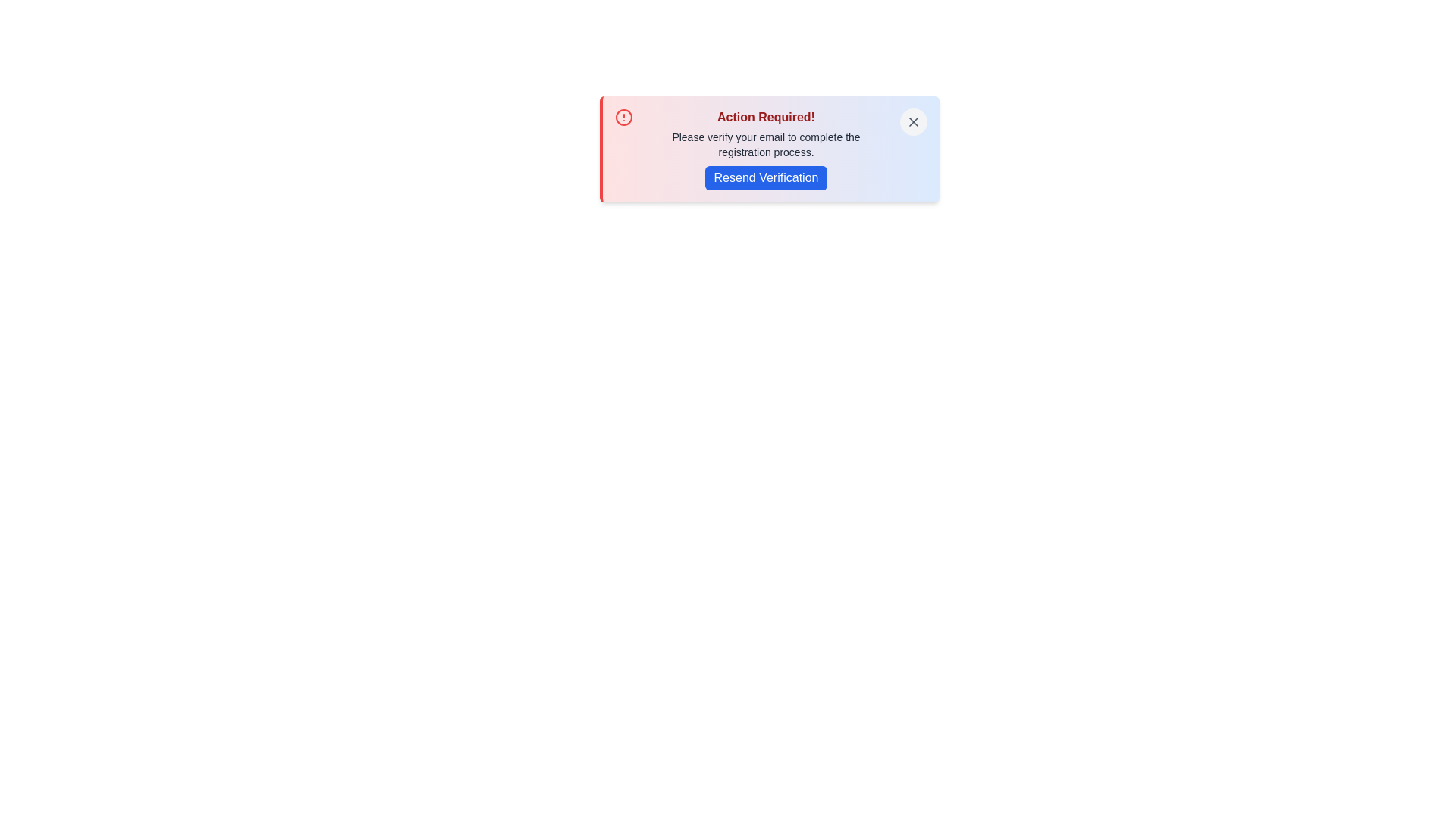 The width and height of the screenshot is (1456, 819). Describe the element at coordinates (623, 116) in the screenshot. I see `the alert icon to interact with it visually` at that location.